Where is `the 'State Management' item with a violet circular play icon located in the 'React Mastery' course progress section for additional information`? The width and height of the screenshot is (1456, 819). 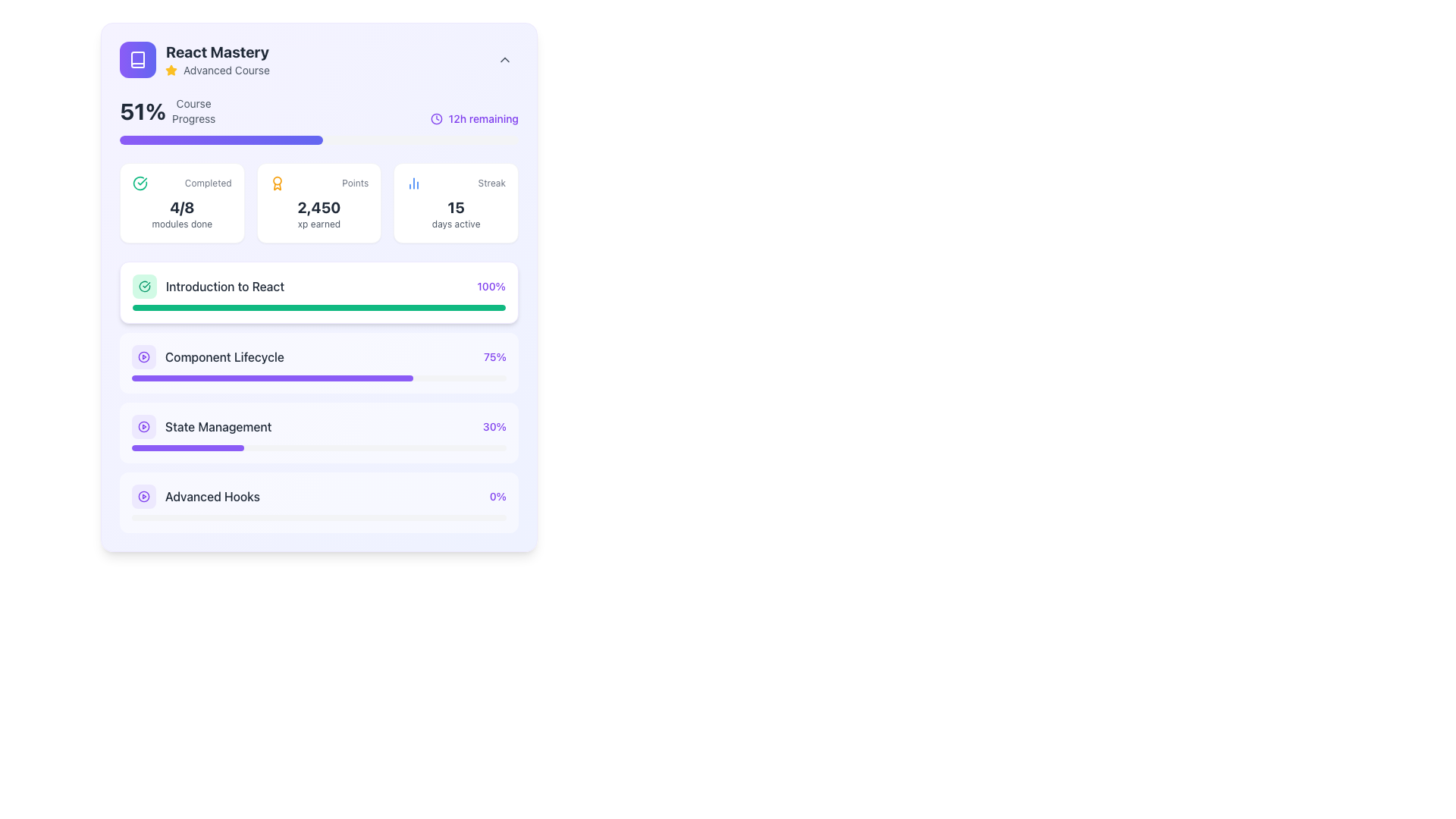
the 'State Management' item with a violet circular play icon located in the 'React Mastery' course progress section for additional information is located at coordinates (201, 427).